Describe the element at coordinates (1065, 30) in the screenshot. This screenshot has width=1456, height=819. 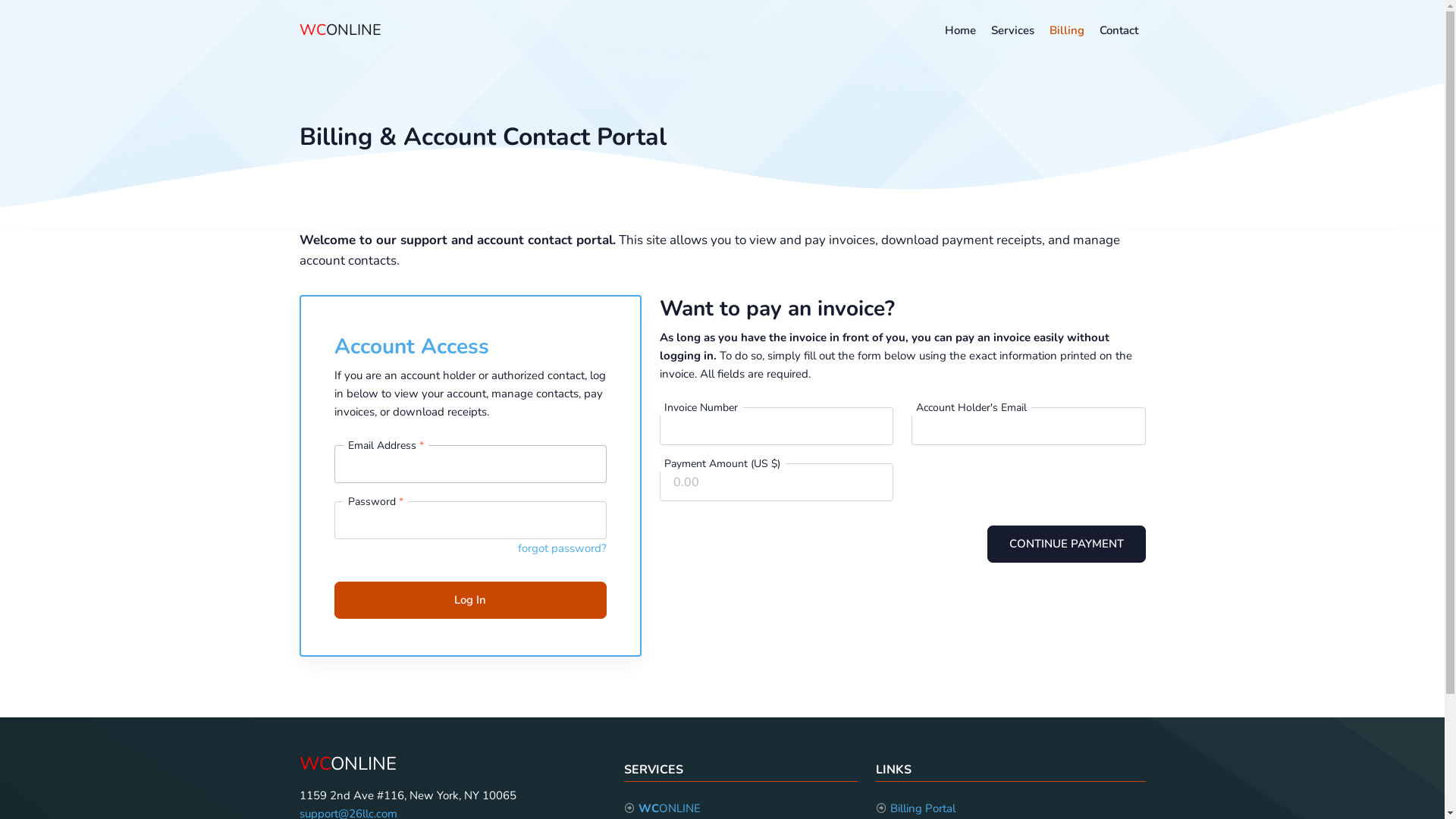
I see `'Billing'` at that location.